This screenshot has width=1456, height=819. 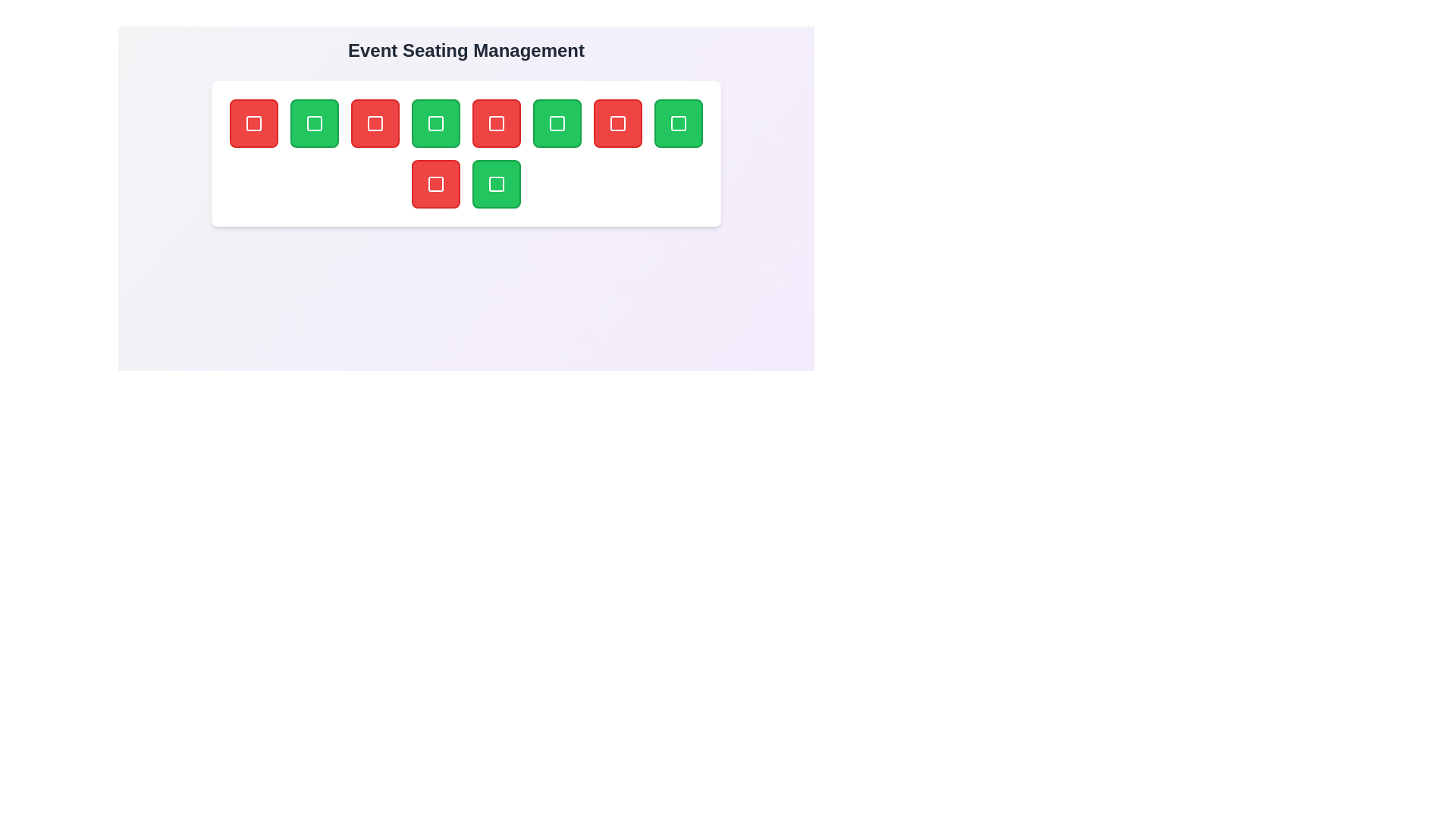 I want to click on the green square button with a white square-shaped icon in its center, located in the first row and sixth column of the seating grid, so click(x=556, y=122).